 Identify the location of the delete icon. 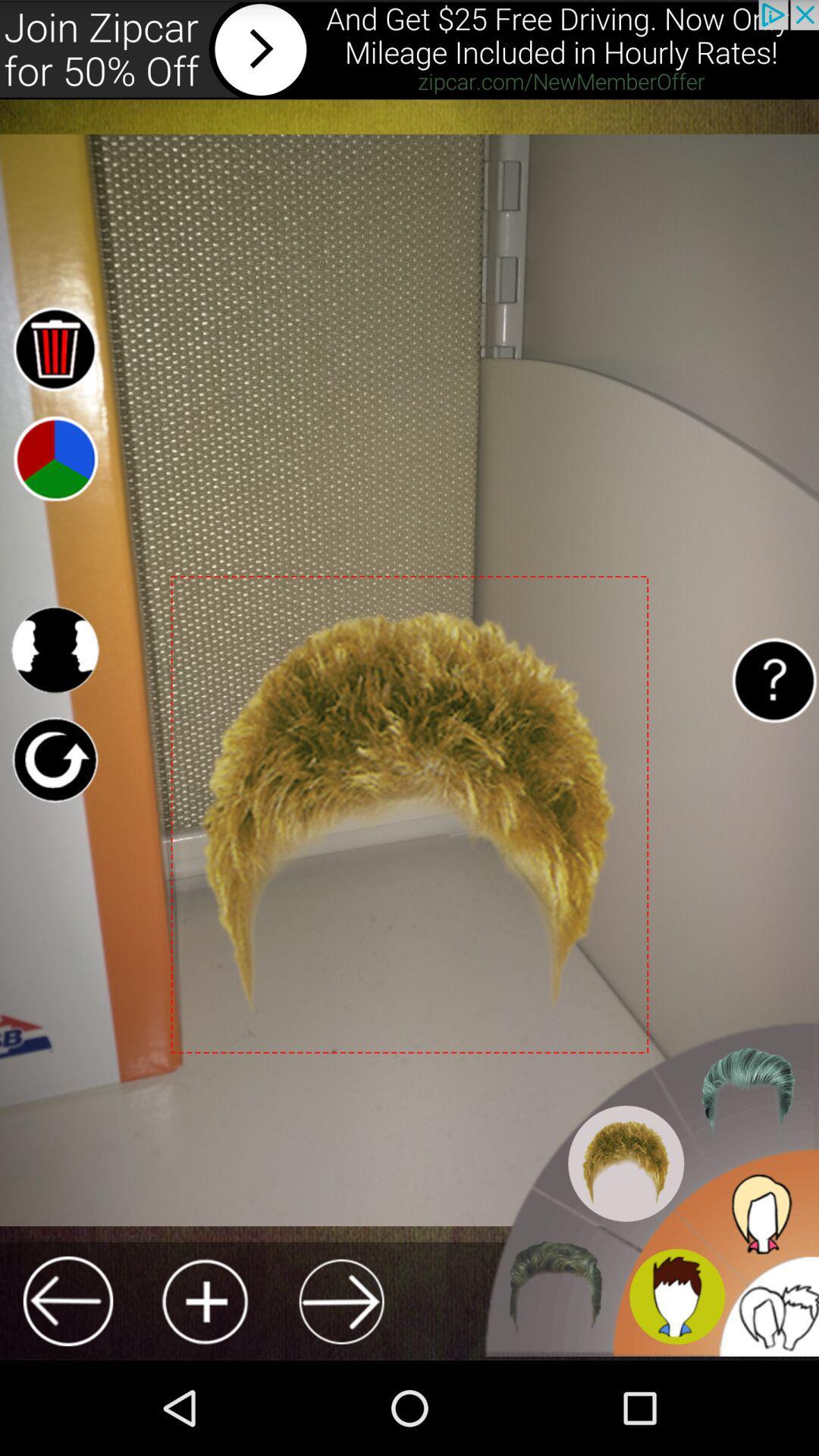
(54, 373).